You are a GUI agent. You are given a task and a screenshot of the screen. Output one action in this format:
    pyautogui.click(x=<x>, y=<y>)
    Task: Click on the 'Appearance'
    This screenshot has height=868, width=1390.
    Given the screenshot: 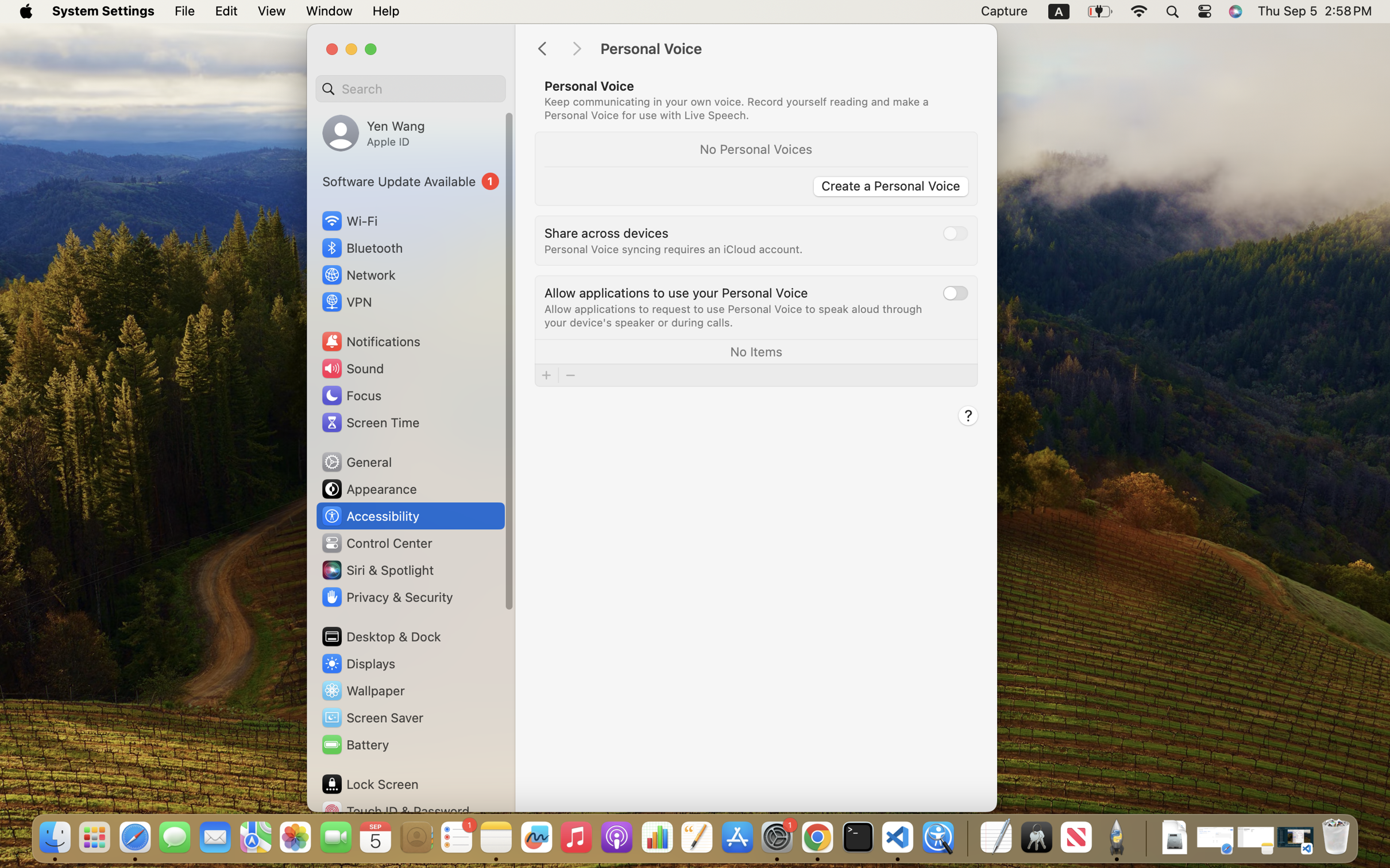 What is the action you would take?
    pyautogui.click(x=368, y=489)
    